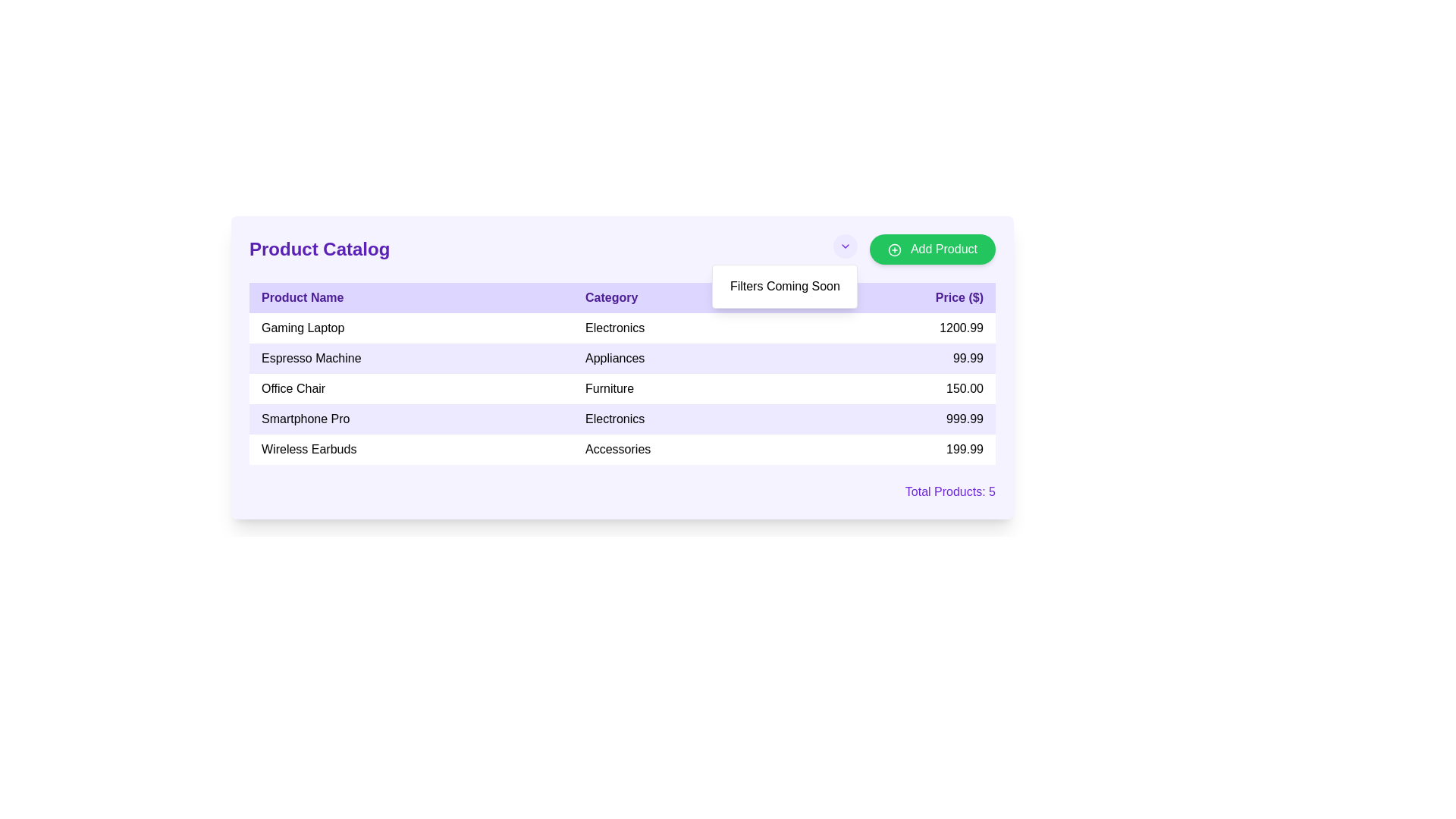 The width and height of the screenshot is (1456, 819). Describe the element at coordinates (622, 419) in the screenshot. I see `the fourth row in the table containing 'Smartphone Pro', 'Electronics', and '999.99', located between 'Office Chair' and 'Wireless Earbuds'` at that location.